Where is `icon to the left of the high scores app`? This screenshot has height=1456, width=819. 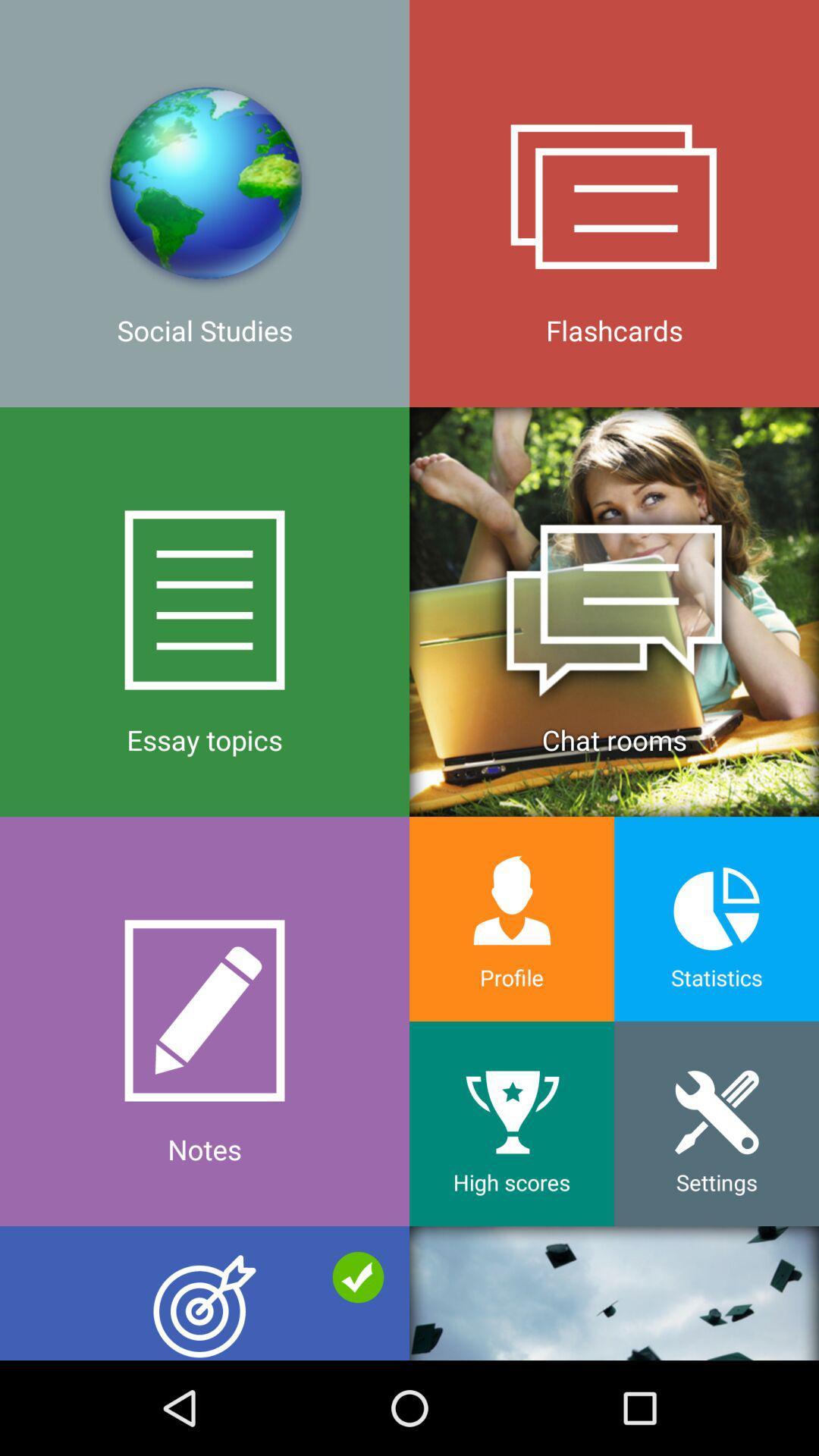 icon to the left of the high scores app is located at coordinates (205, 1292).